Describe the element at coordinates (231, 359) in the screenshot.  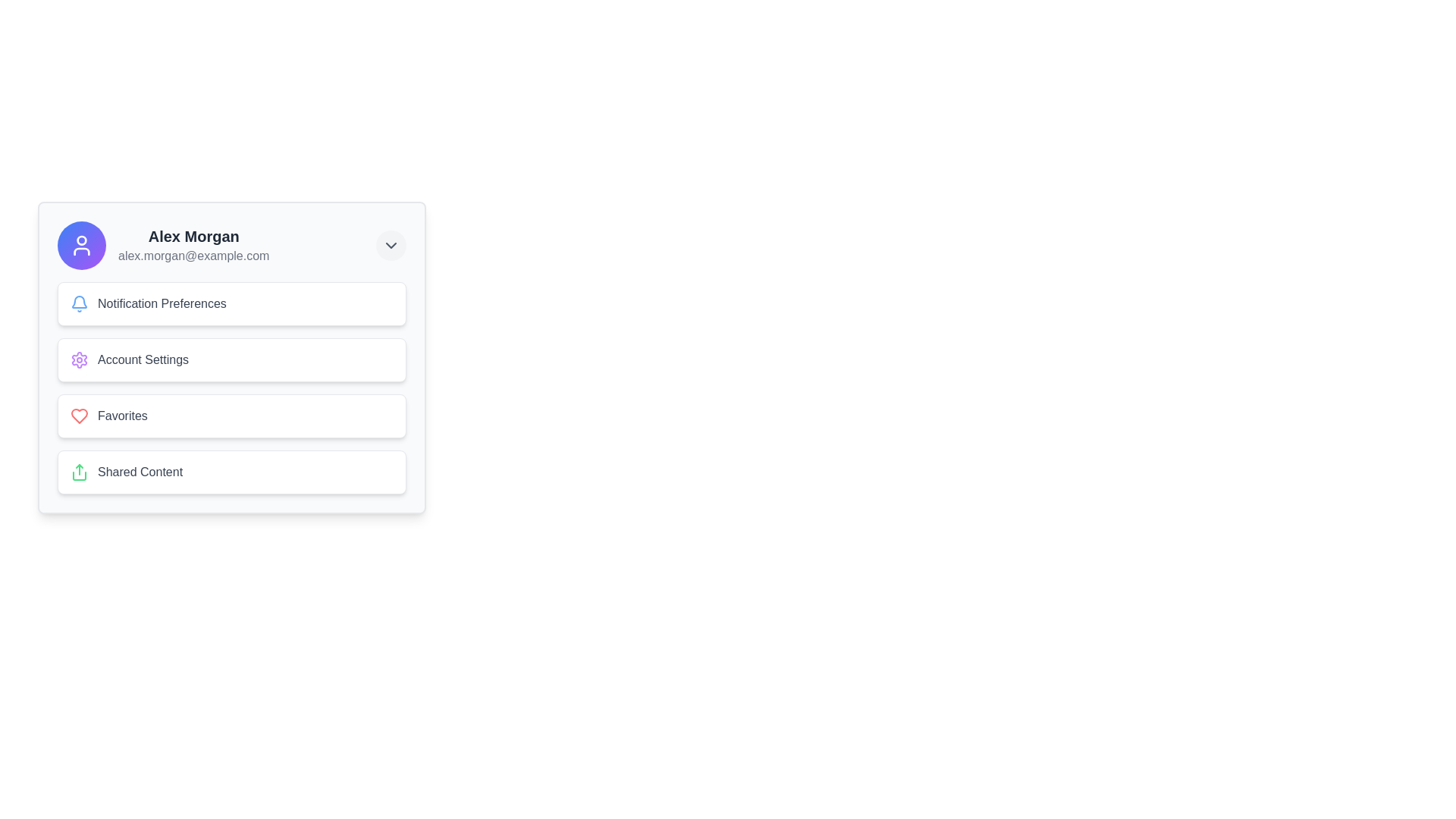
I see `the button that serves as a navigation option to access the account settings page, located below 'Notification Preferences' and above 'Favorites'` at that location.